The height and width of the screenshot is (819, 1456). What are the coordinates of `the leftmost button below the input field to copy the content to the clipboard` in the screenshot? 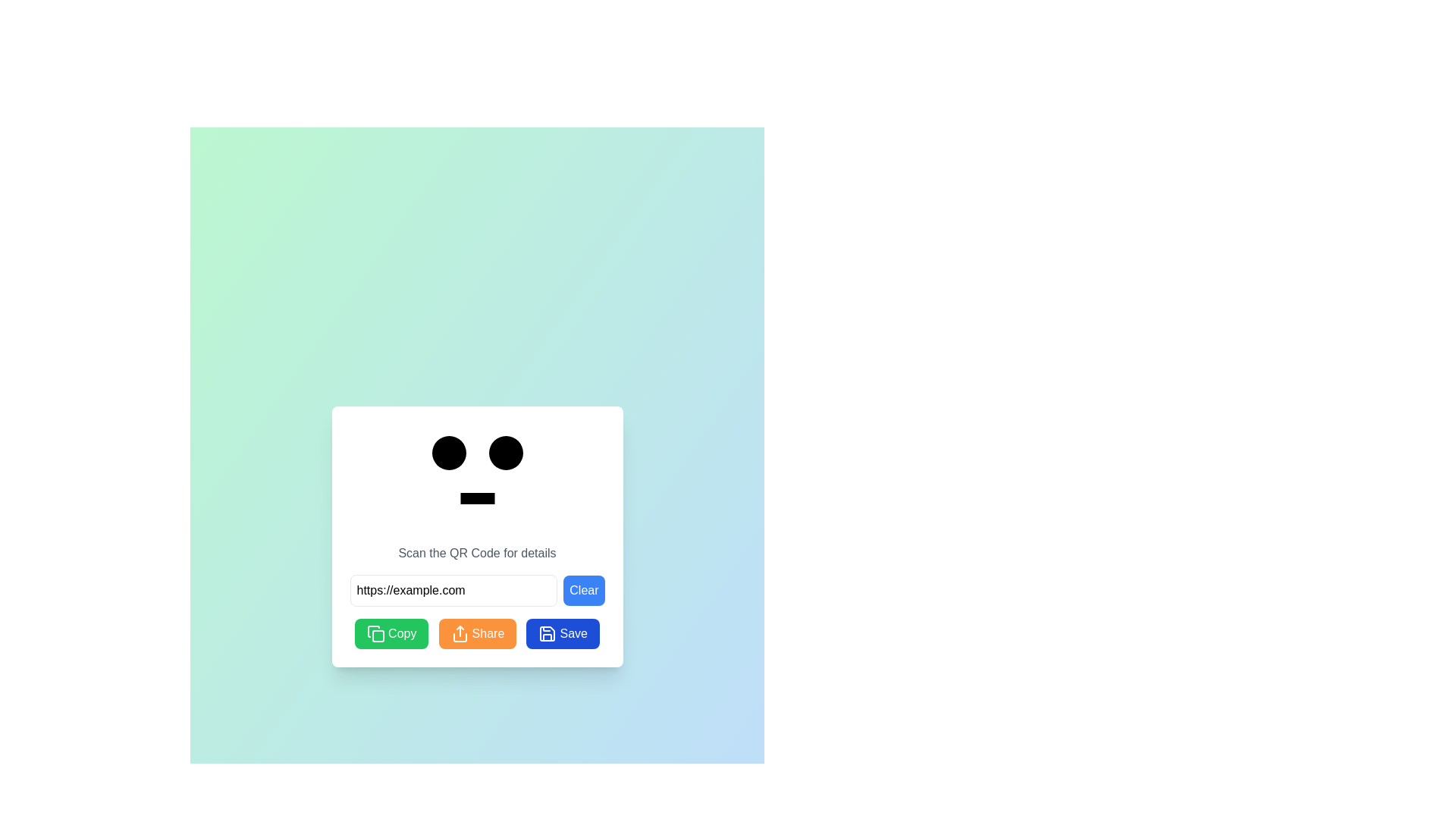 It's located at (391, 634).